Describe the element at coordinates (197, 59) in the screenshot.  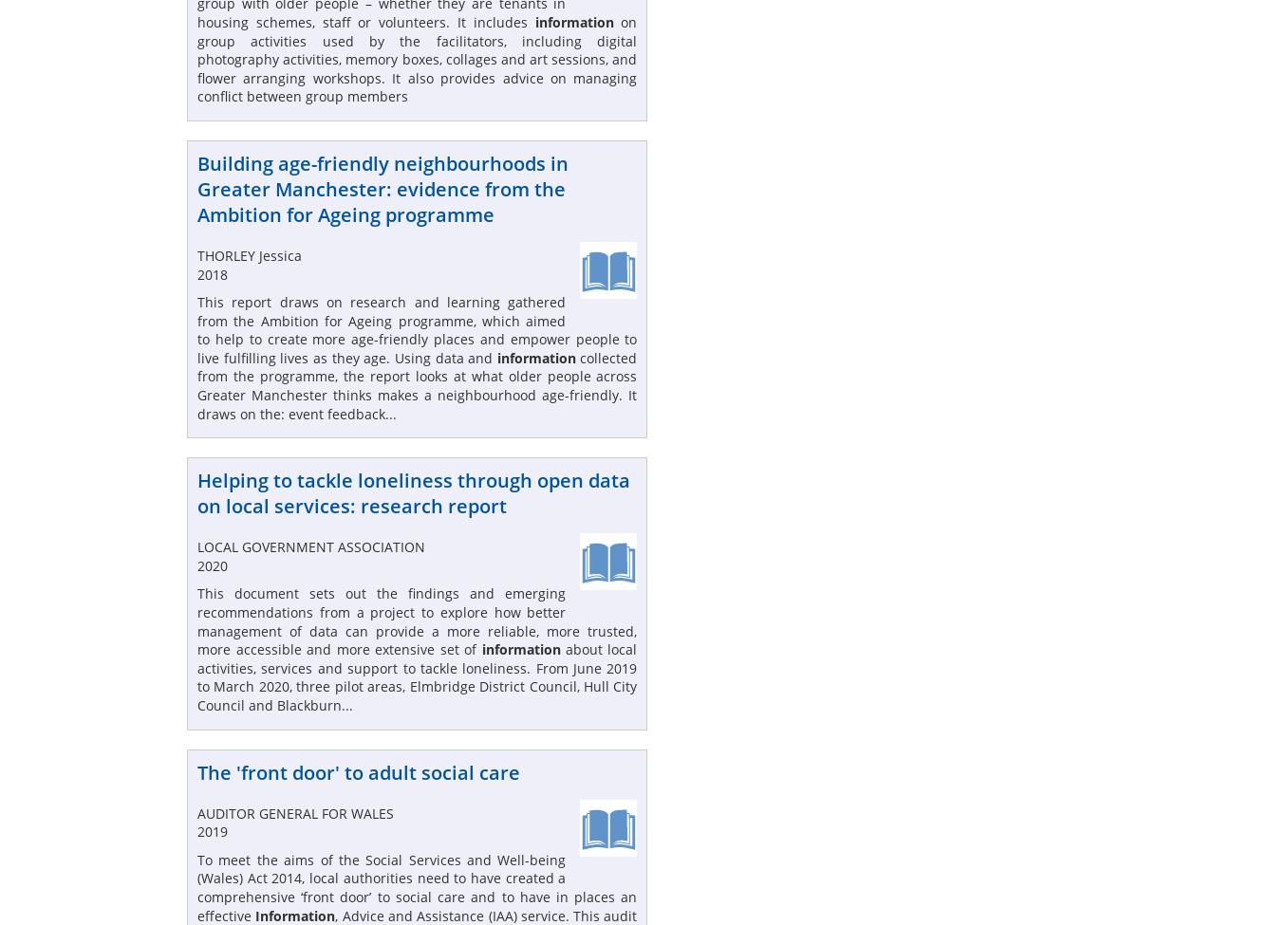
I see `'on group activities used by the facilitators, including digital photography activities, memory boxes, collages and art sessions, and flower arranging workshops. It also provides advice on managing conflict between group members'` at that location.